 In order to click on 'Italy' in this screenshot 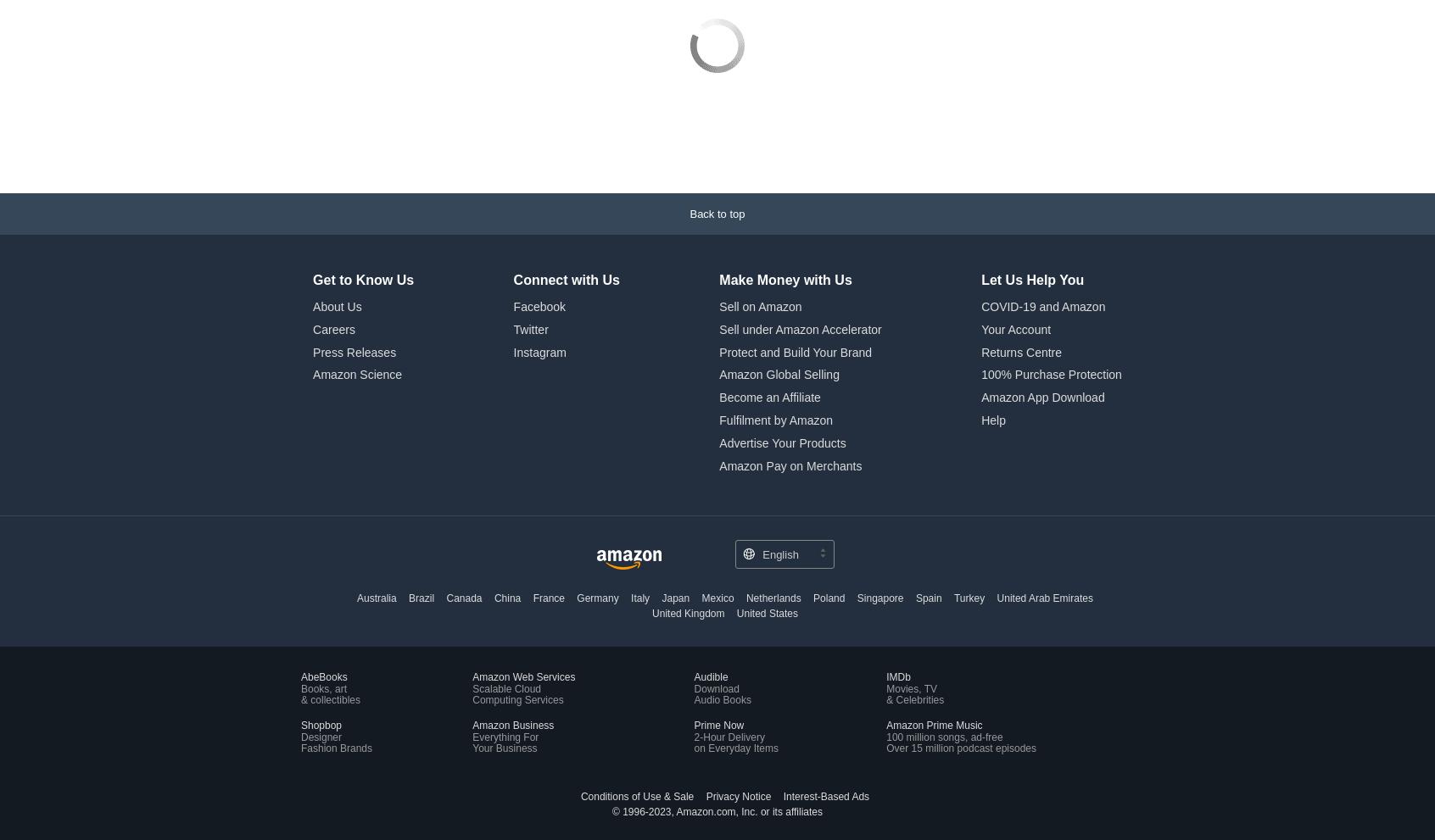, I will do `click(629, 484)`.